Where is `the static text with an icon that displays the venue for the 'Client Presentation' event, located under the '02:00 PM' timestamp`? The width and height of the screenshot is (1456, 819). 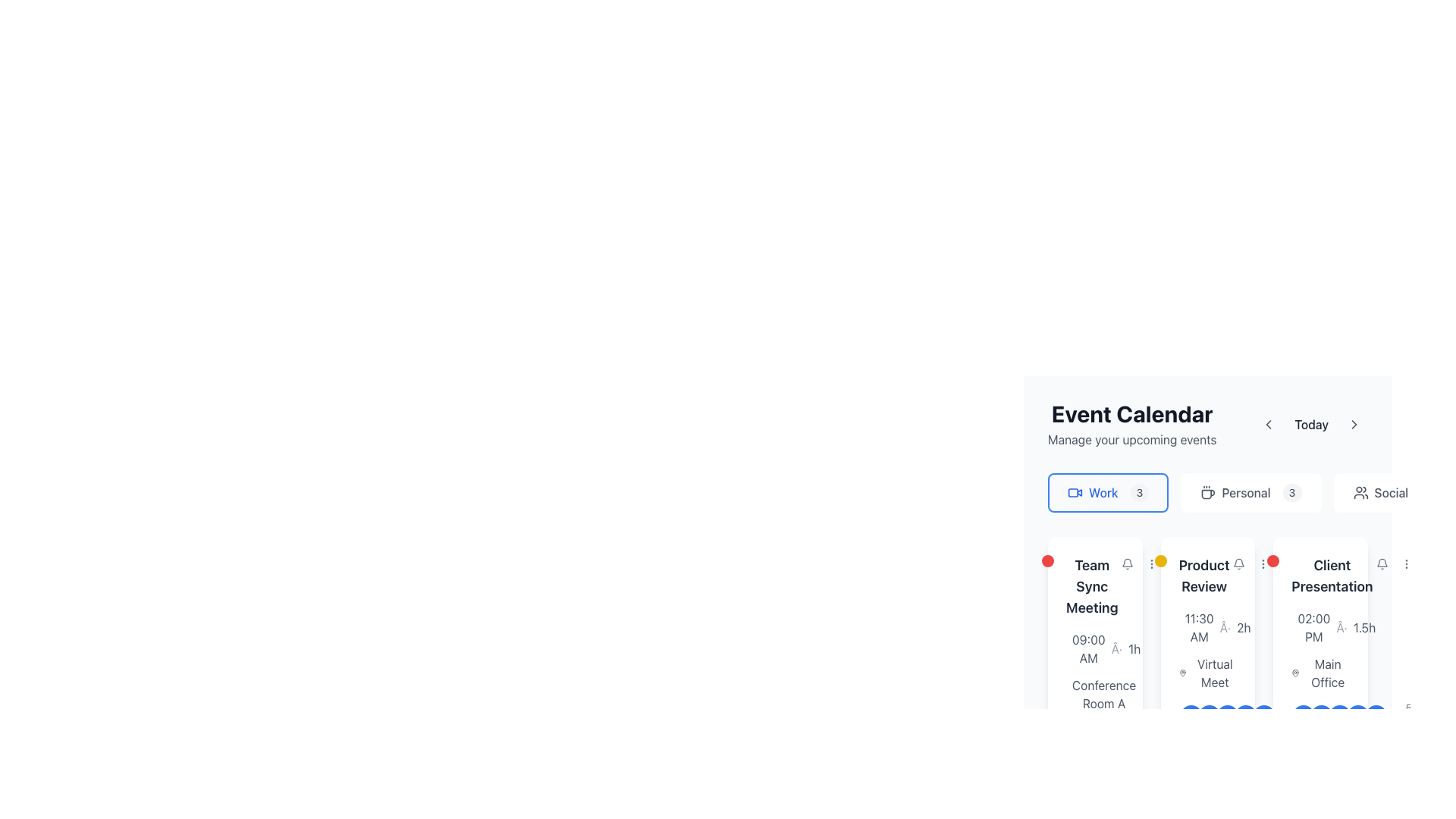 the static text with an icon that displays the venue for the 'Client Presentation' event, located under the '02:00 PM' timestamp is located at coordinates (1319, 681).